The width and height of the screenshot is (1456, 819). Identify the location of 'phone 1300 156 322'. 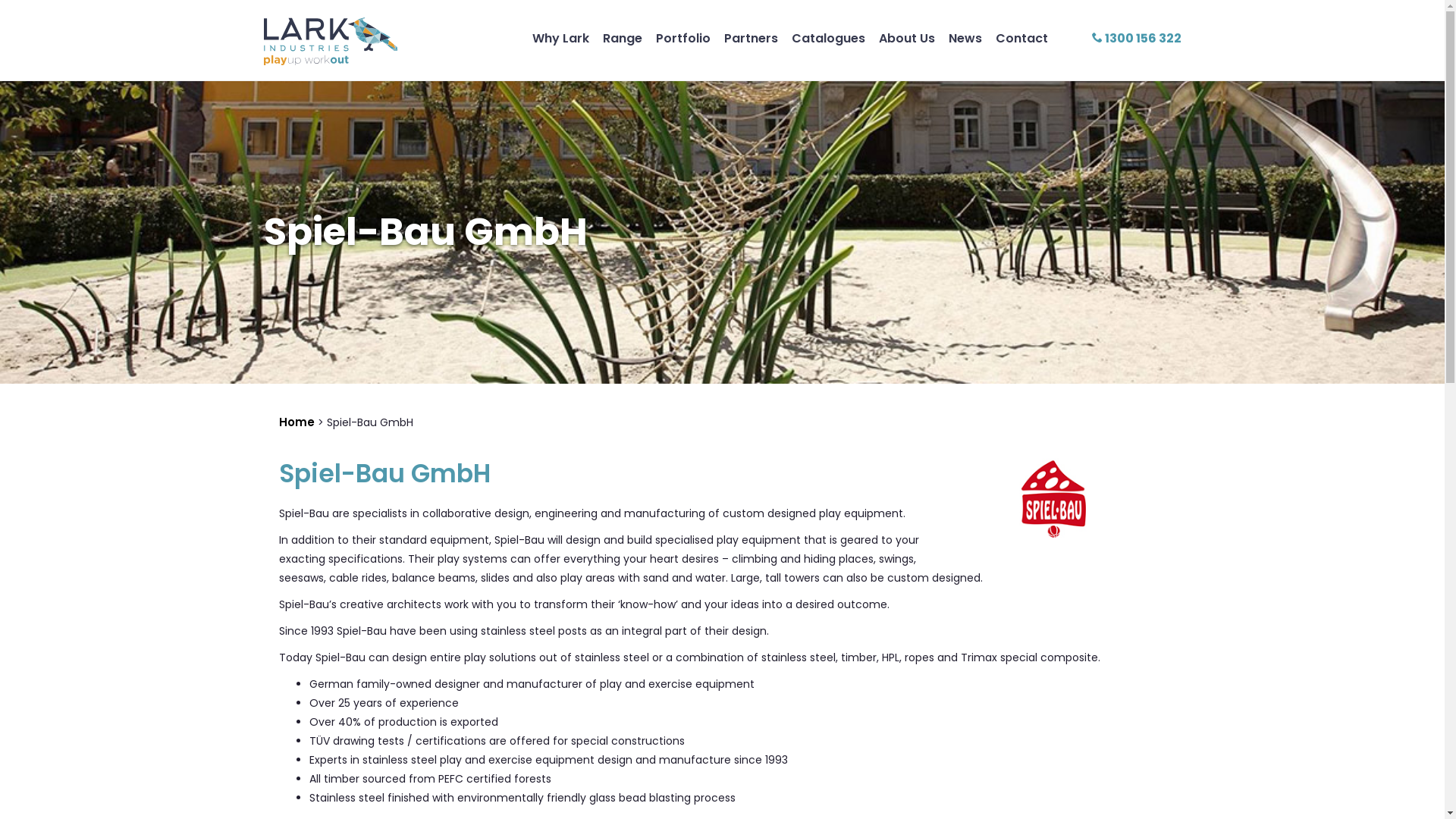
(1136, 37).